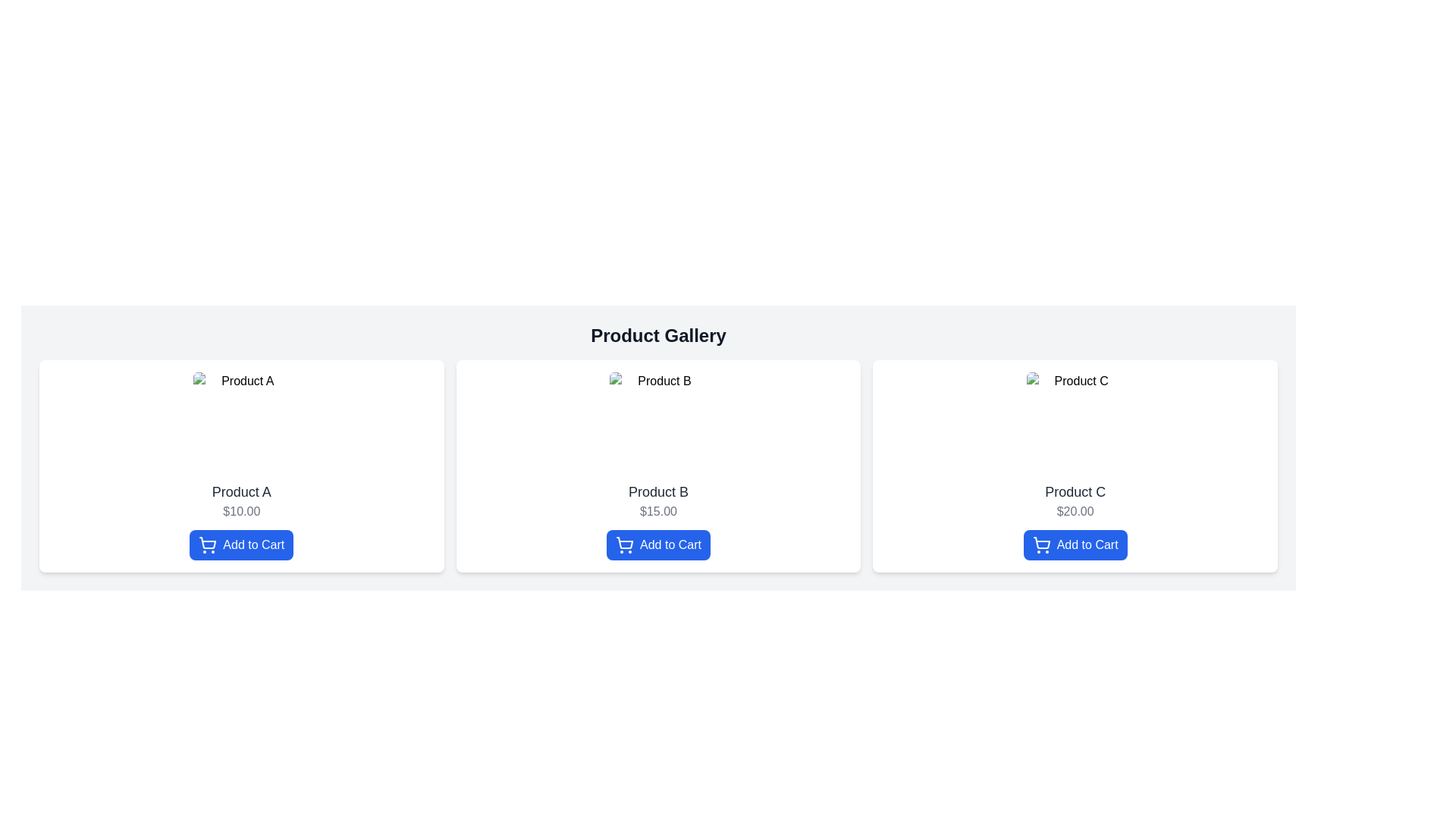 Image resolution: width=1456 pixels, height=819 pixels. Describe the element at coordinates (240, 491) in the screenshot. I see `text label that serves as the title or name of the product, which is centrally located within the first product card in the product gallery, positioned below the product image and above the price label '$10.00'` at that location.